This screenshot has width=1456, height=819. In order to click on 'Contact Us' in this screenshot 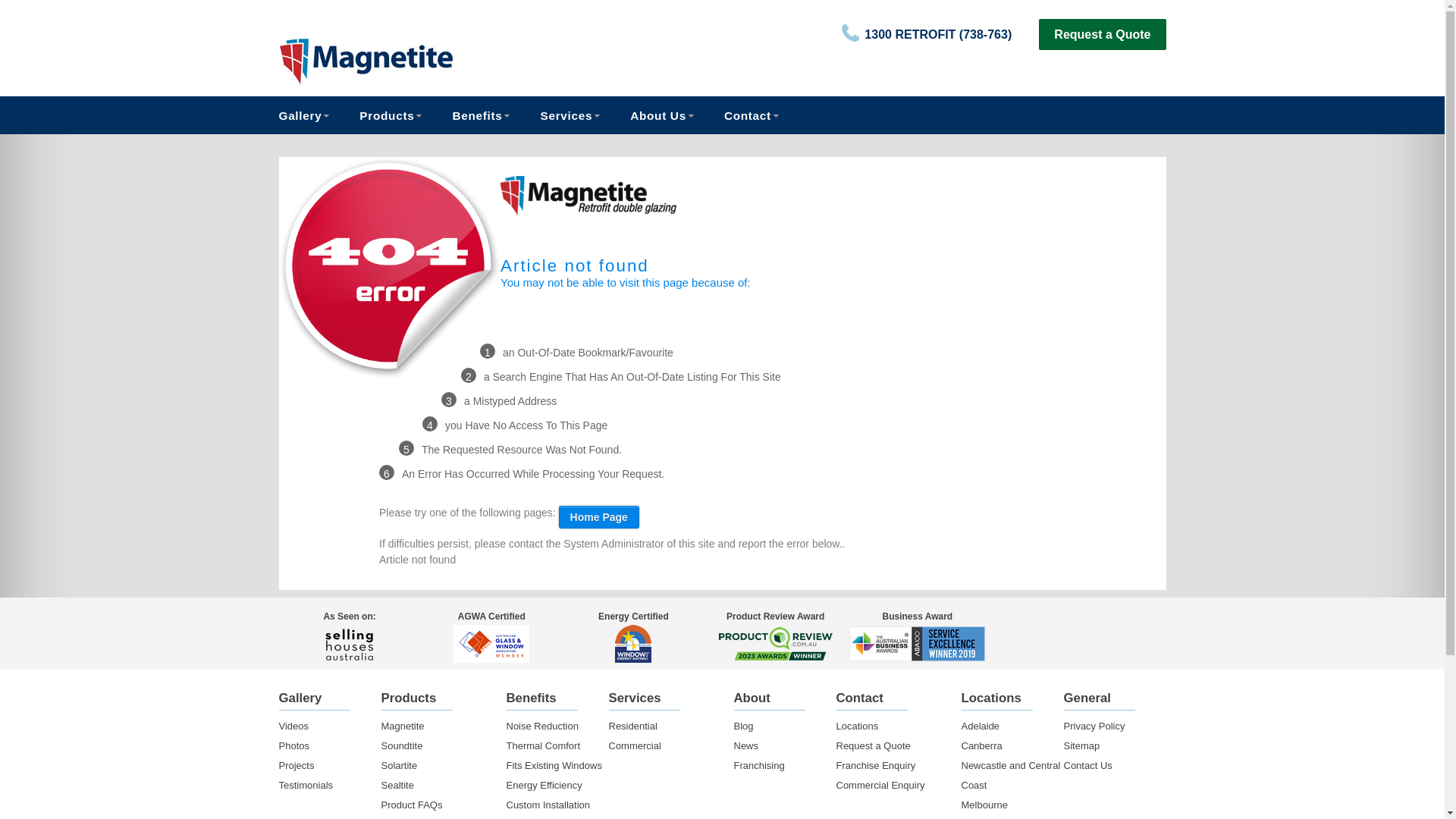, I will do `click(1062, 765)`.